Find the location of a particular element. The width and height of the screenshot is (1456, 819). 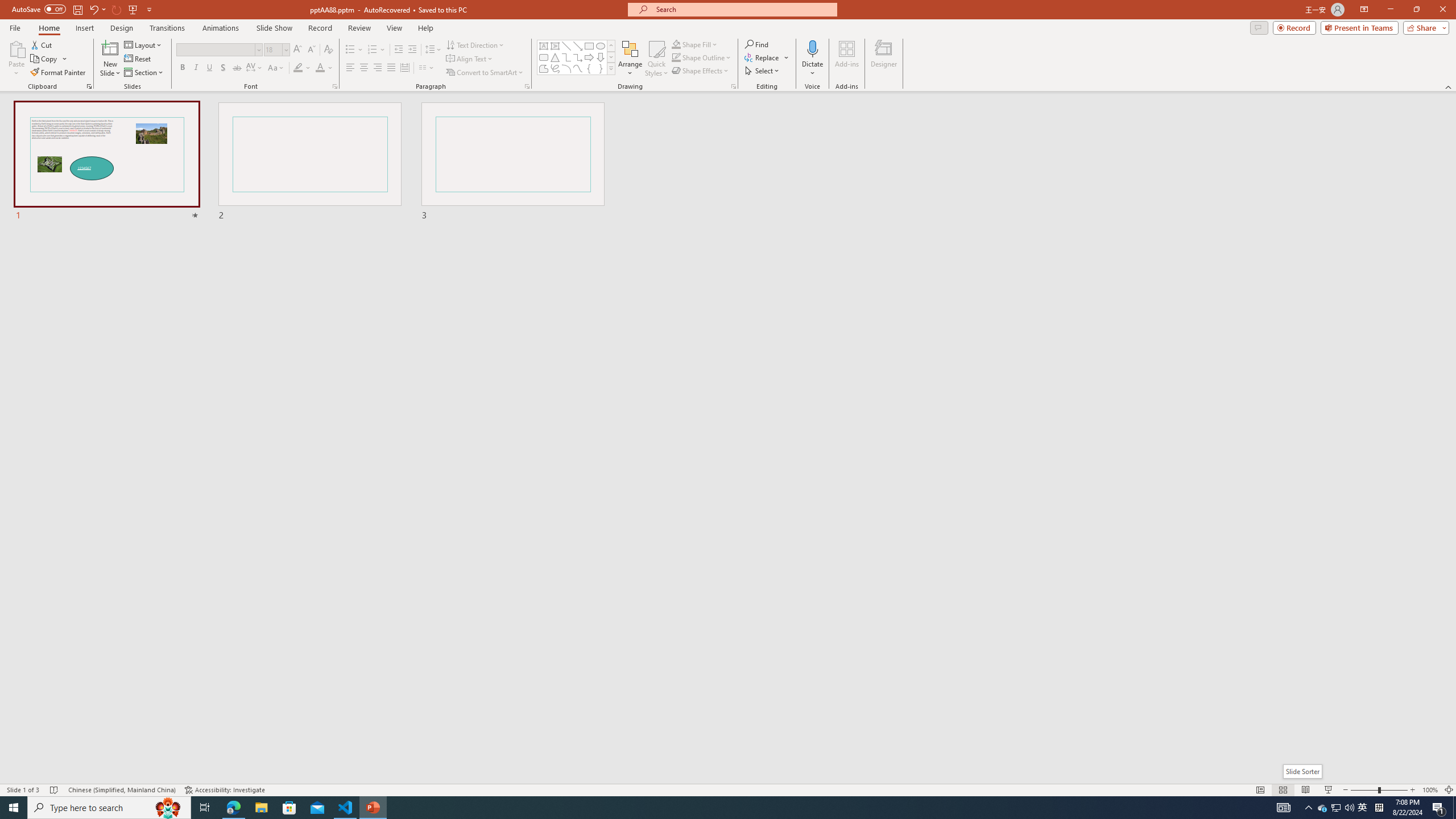

'Share' is located at coordinates (1423, 27).